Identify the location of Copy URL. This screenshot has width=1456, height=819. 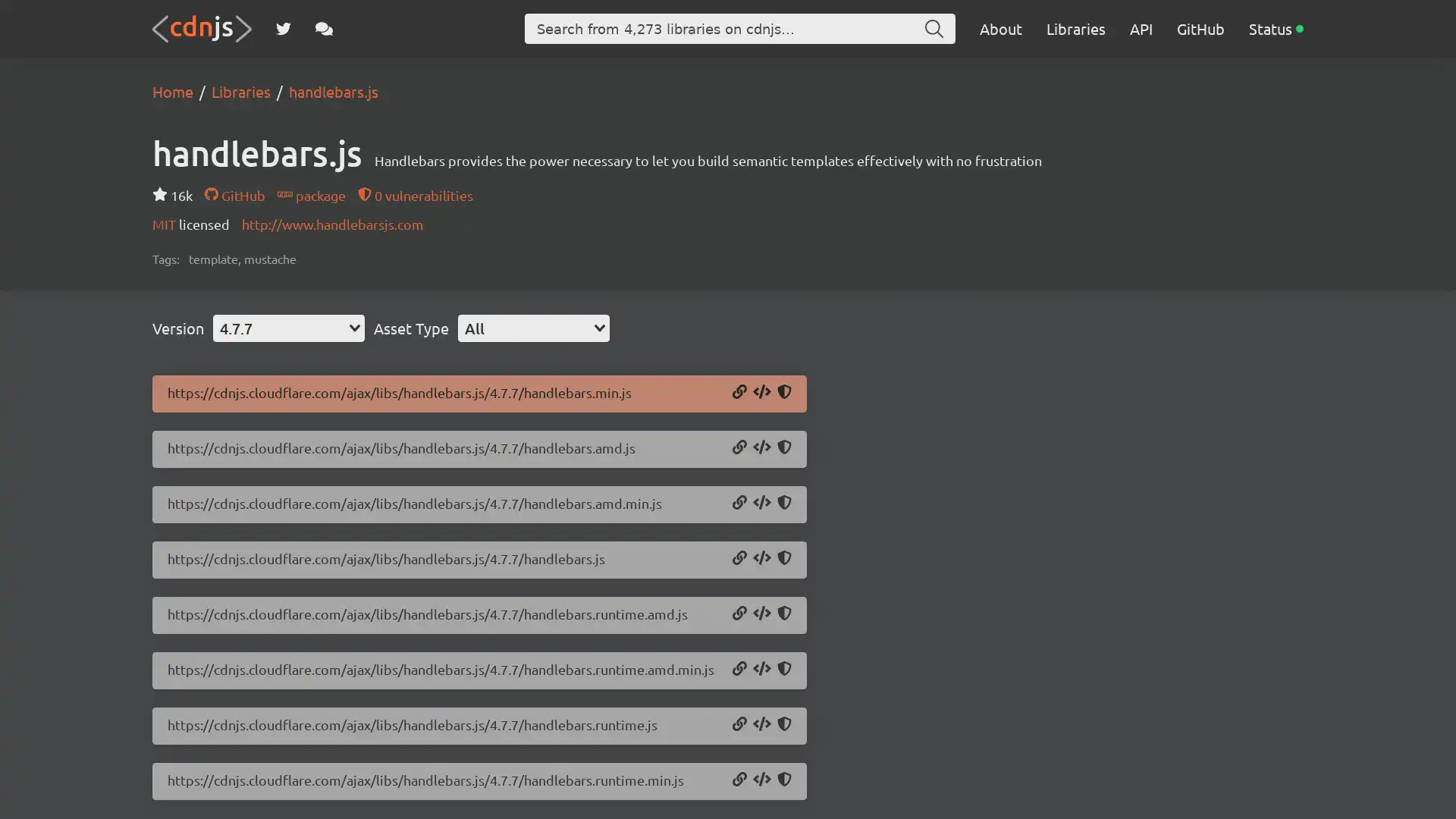
(739, 669).